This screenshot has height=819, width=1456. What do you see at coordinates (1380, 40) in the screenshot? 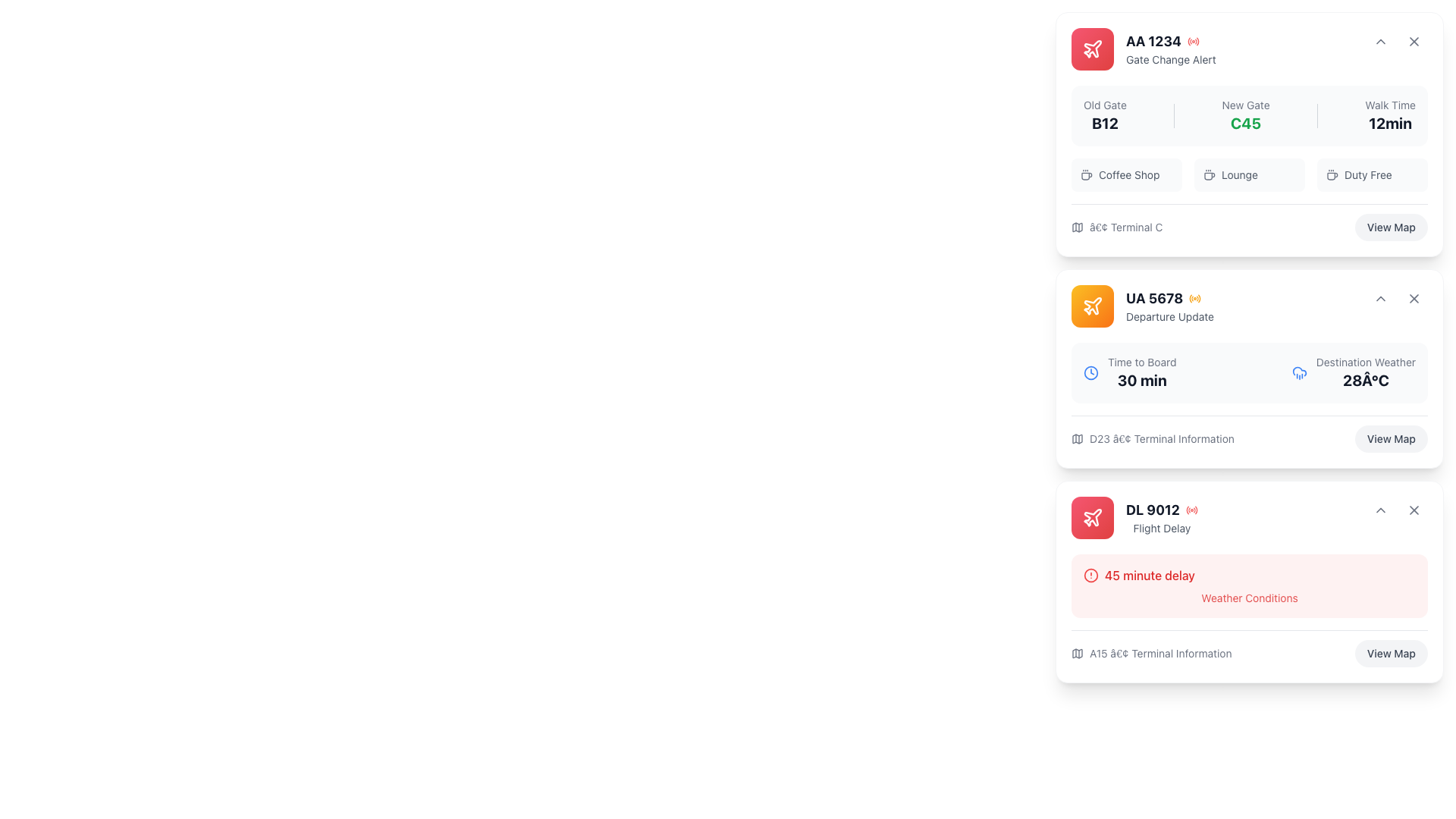
I see `the upward-facing chevron arrow icon located in the top-right corner of the 'AA 1234 Gate Change Alert' card` at bounding box center [1380, 40].